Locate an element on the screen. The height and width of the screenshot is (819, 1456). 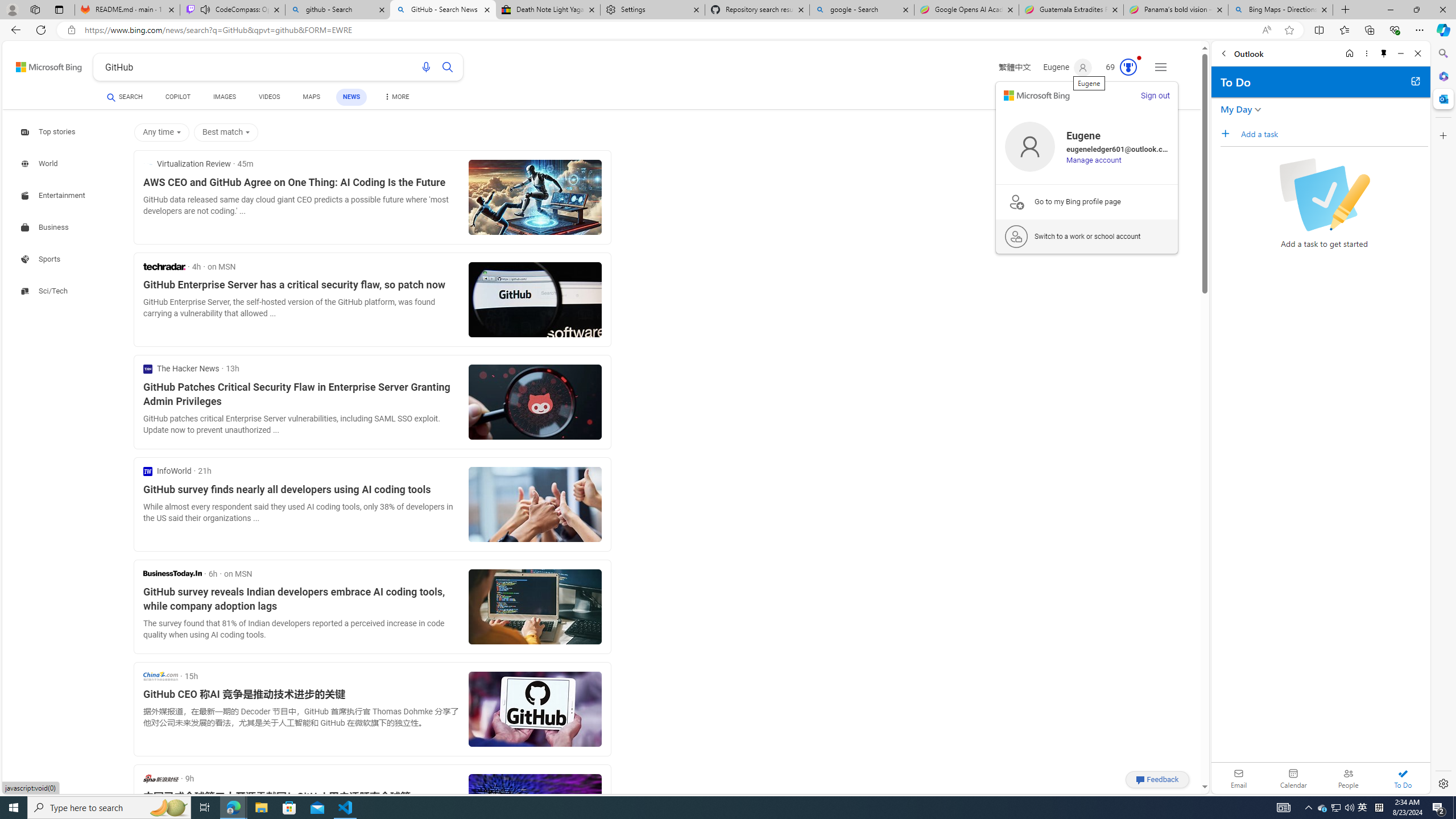
'Search using voice' is located at coordinates (427, 67).